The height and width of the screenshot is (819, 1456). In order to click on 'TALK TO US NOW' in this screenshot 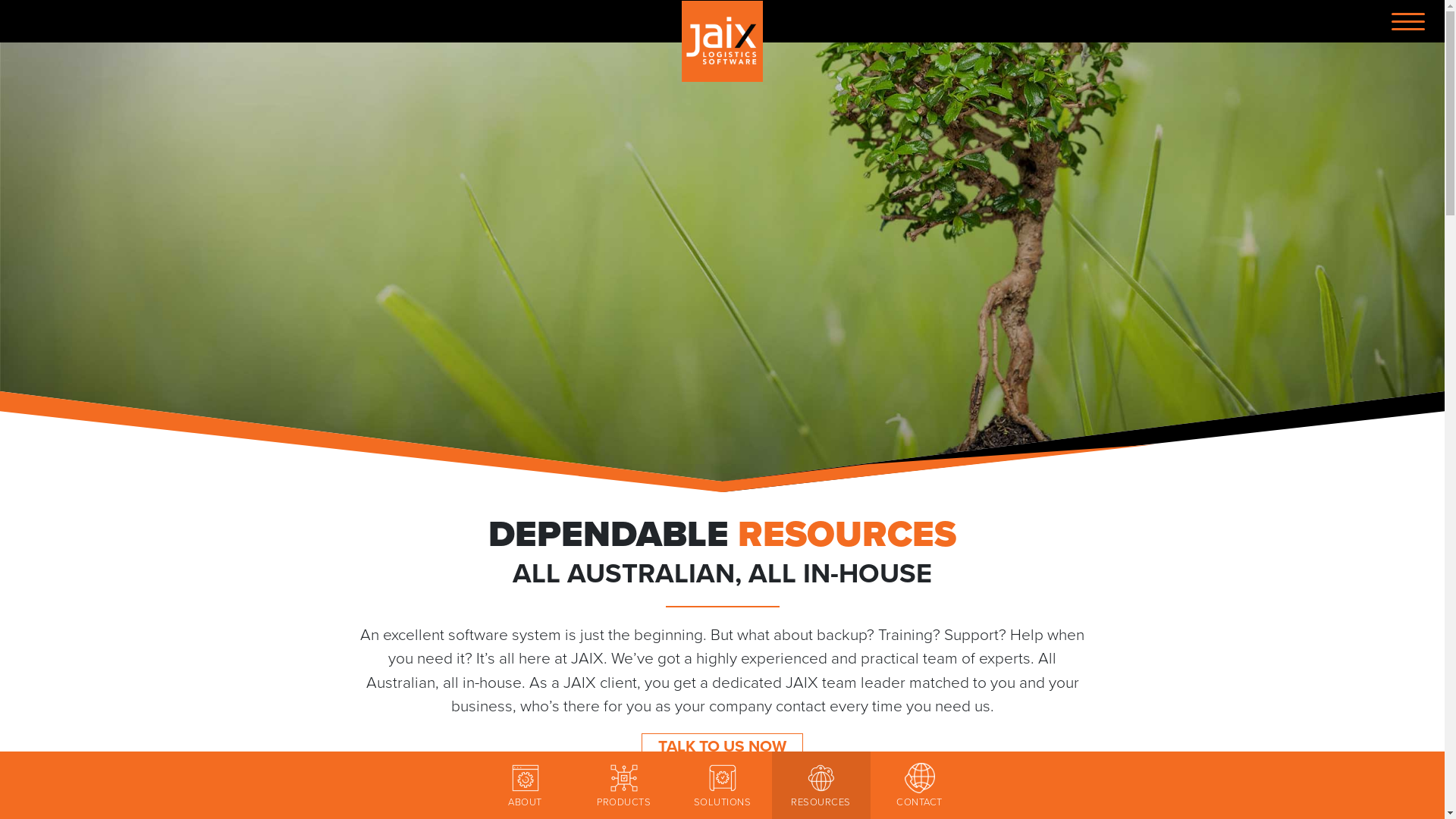, I will do `click(721, 745)`.